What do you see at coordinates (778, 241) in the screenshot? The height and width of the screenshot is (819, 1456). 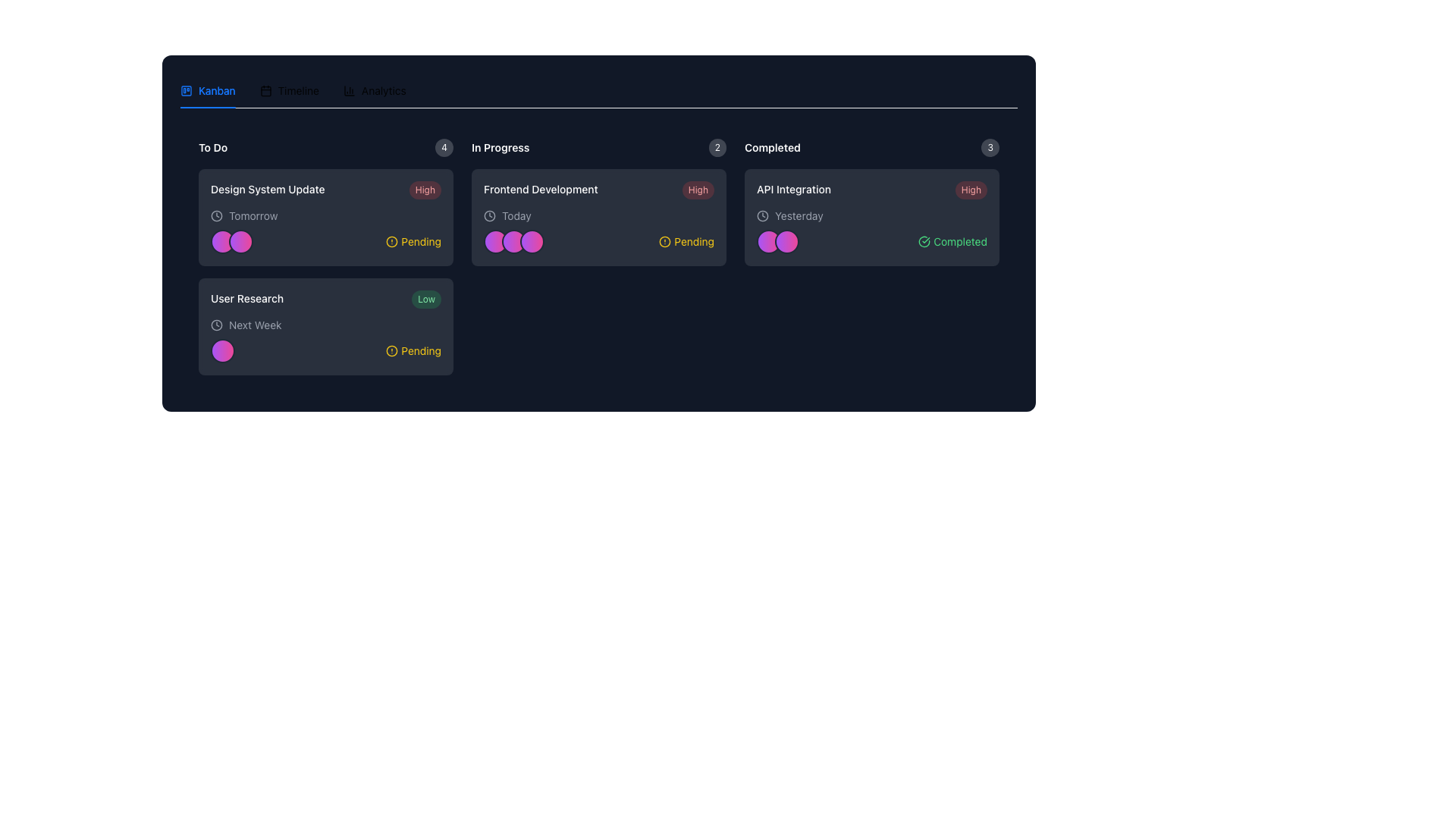 I see `the decorative icon representing collaborators in the 'Completed' column for the 'API Integration' card, located below 'Yesterday' and adjacent to the 'Completed' status label` at bounding box center [778, 241].